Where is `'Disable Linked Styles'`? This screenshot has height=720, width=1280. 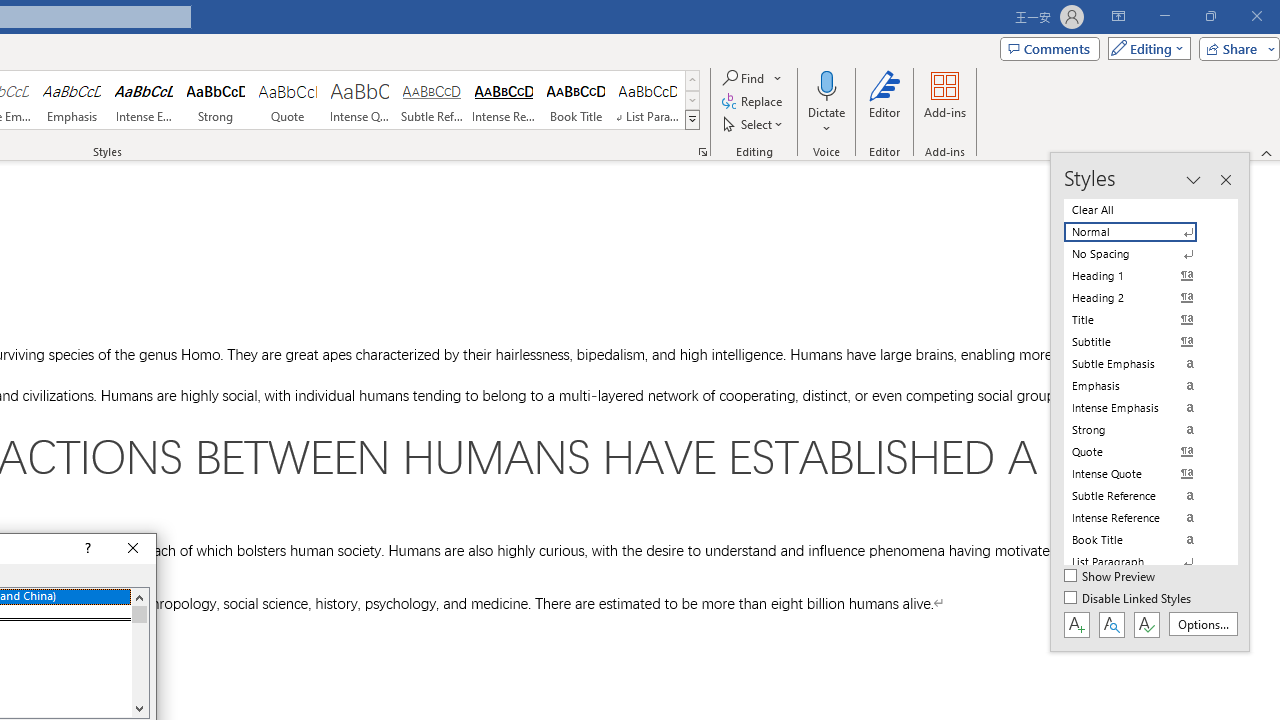 'Disable Linked Styles' is located at coordinates (1129, 598).